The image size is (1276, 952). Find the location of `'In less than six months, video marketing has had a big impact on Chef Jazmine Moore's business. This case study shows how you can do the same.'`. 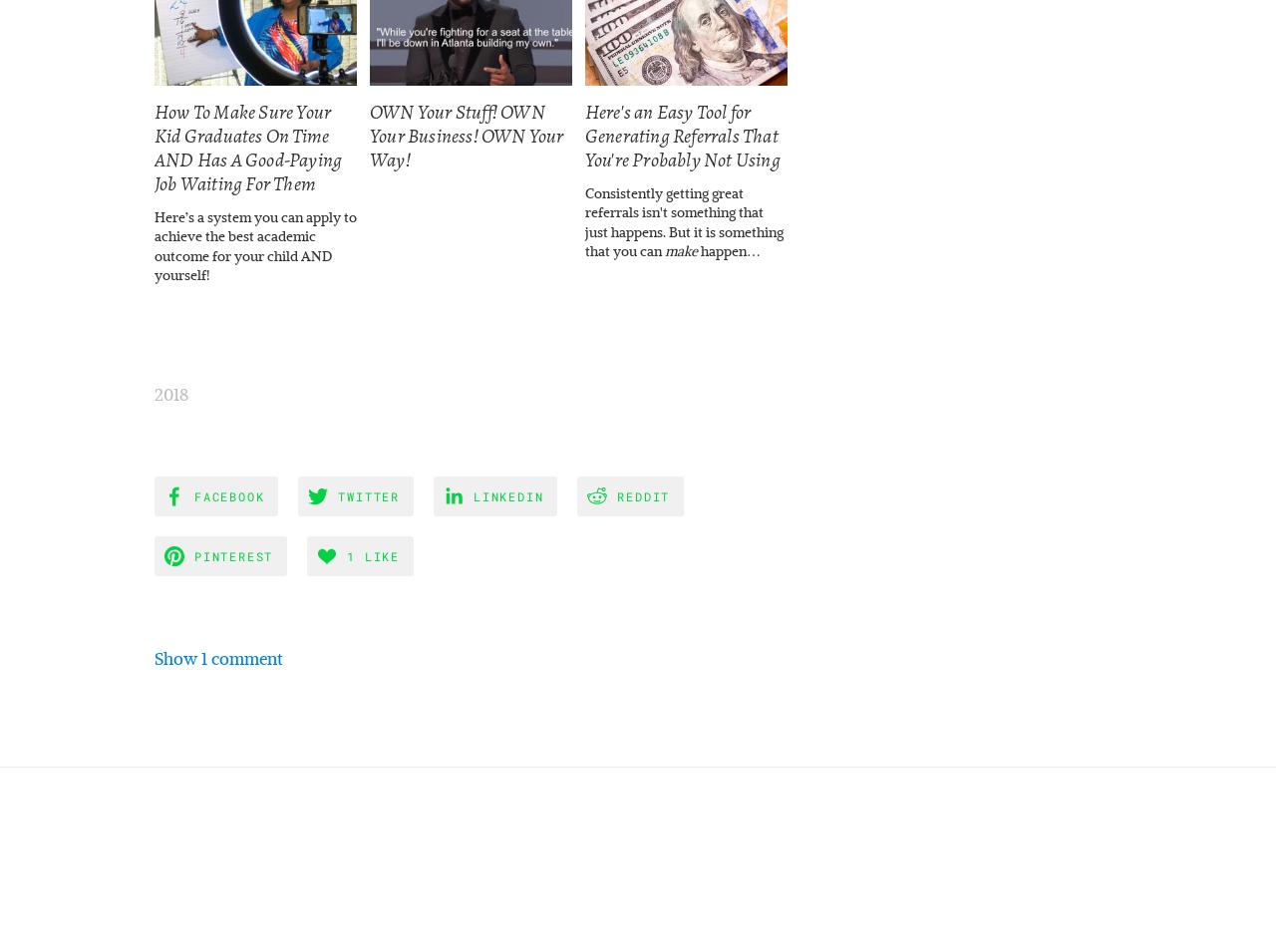

'In less than six months, video marketing has had a big impact on Chef Jazmine Moore's business. This case study shows how you can do the same.' is located at coordinates (1113, 230).